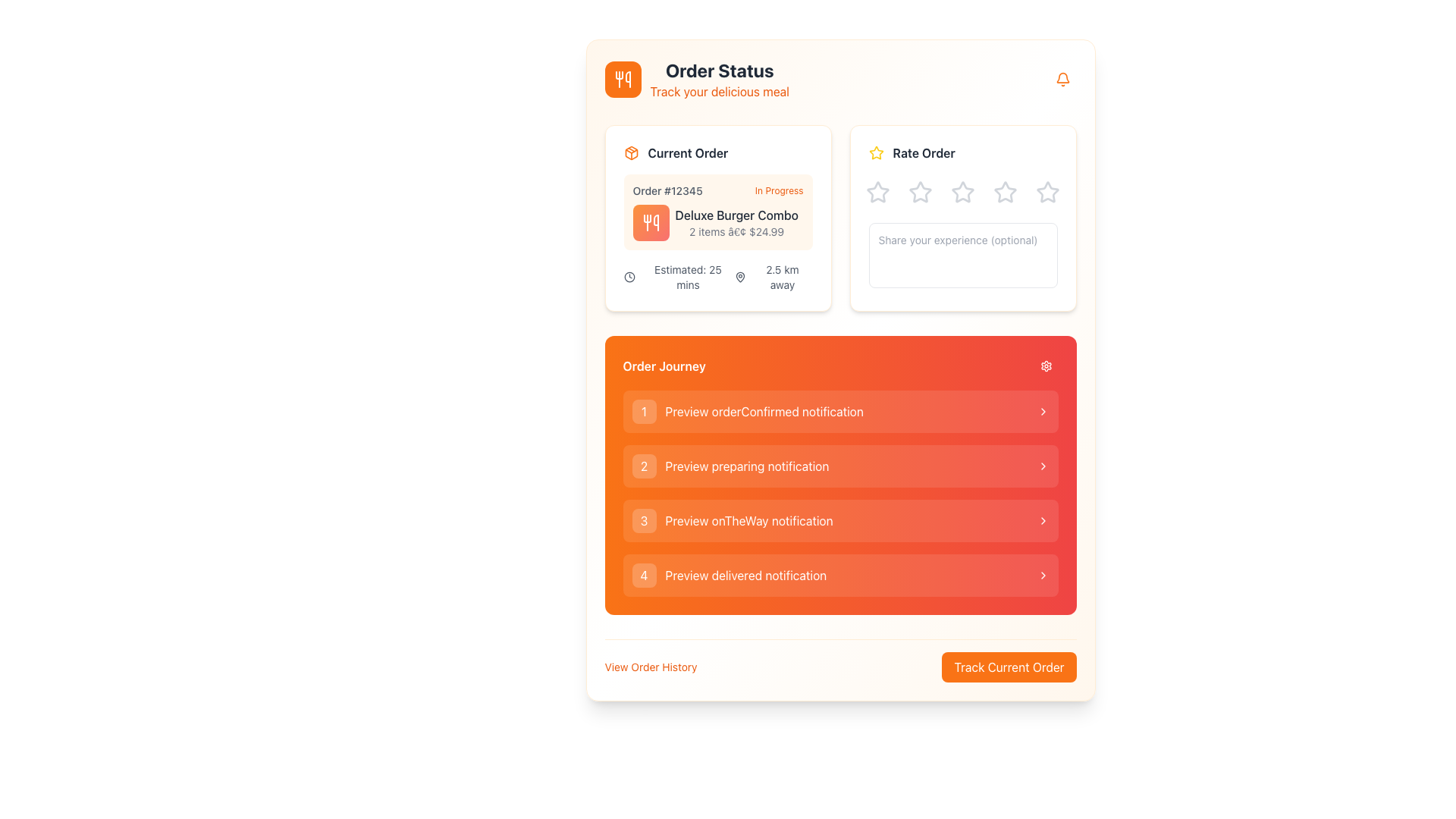  I want to click on the interactive entries in the 'Order Journey' list, so click(839, 475).